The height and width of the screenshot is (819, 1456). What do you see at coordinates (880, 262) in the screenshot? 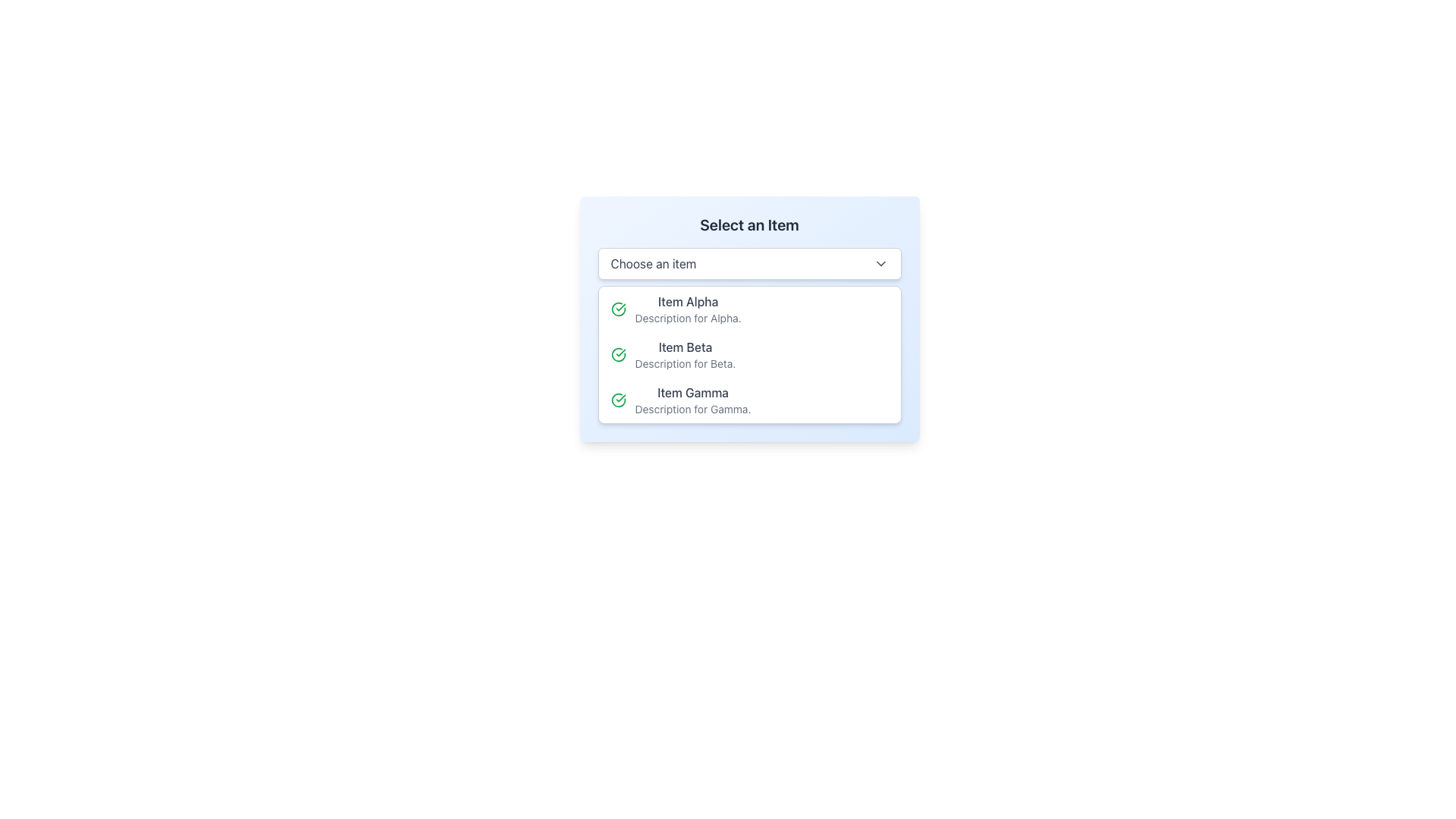
I see `the dropdown menu icon located at the far-right corner of the 'Choose an item' dropdown selection field` at bounding box center [880, 262].